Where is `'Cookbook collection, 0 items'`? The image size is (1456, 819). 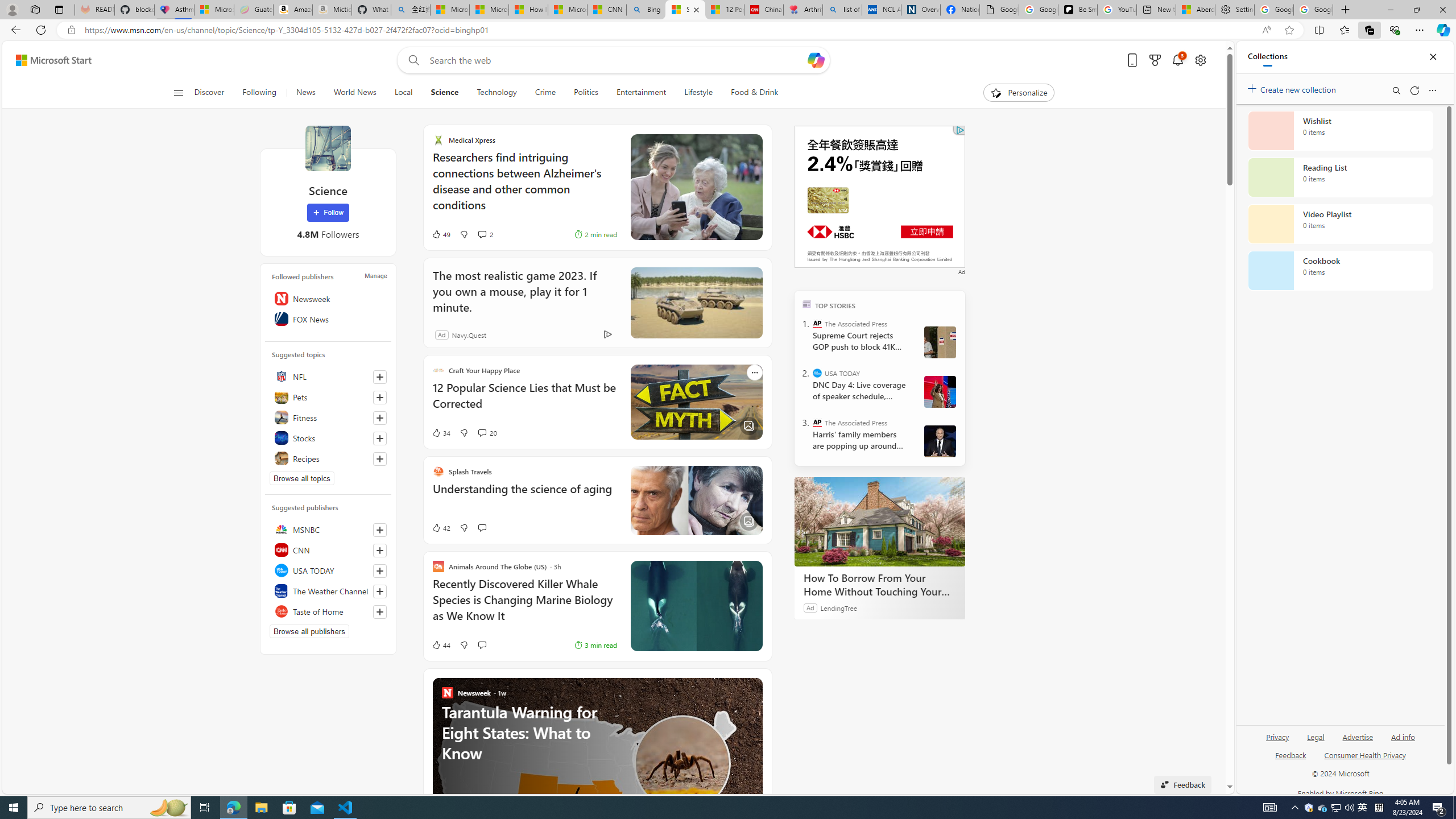
'Cookbook collection, 0 items' is located at coordinates (1340, 270).